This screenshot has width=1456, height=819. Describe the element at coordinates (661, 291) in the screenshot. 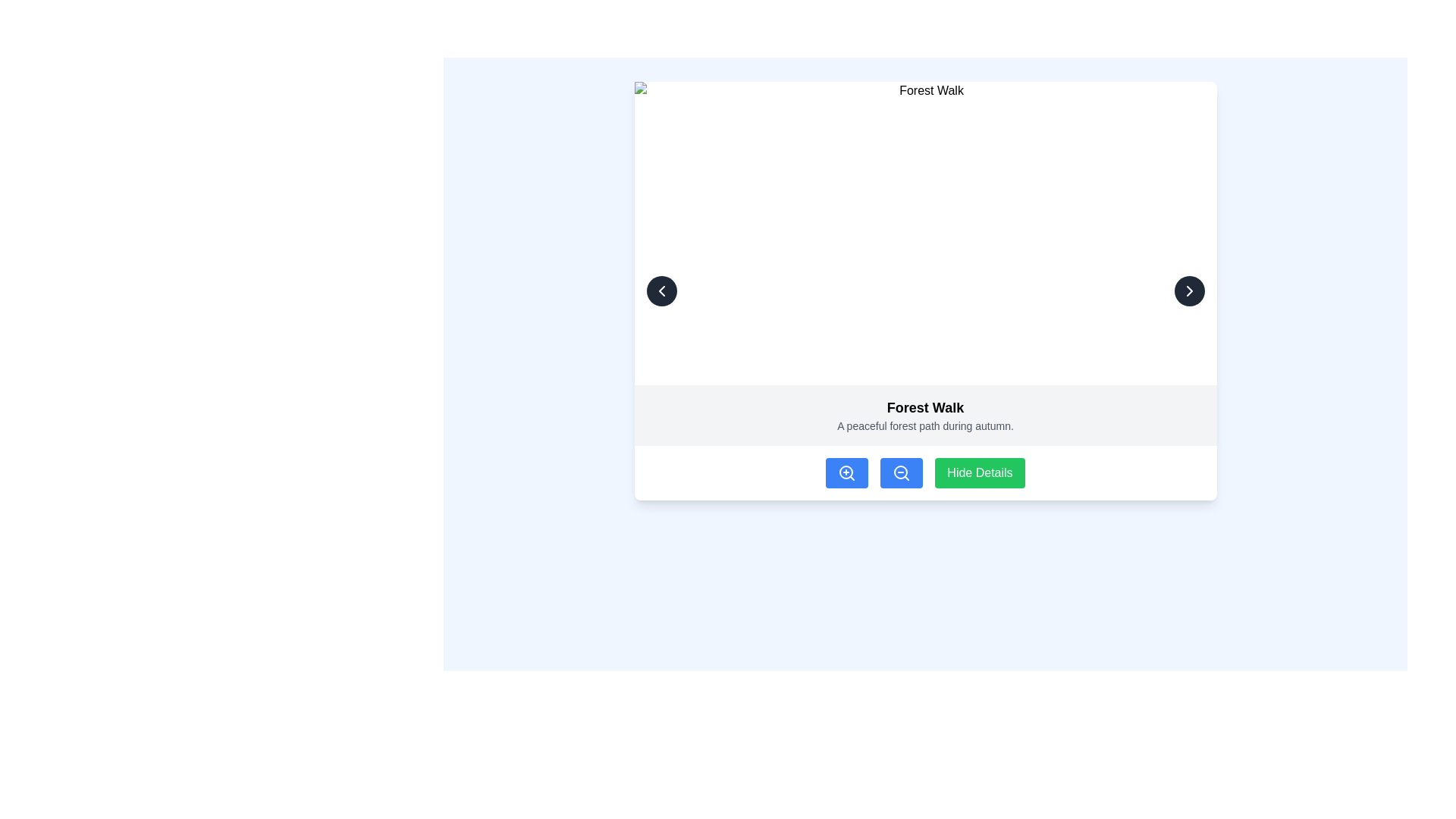

I see `the left-pointing chevron icon within the circular button to change the button's background color` at that location.